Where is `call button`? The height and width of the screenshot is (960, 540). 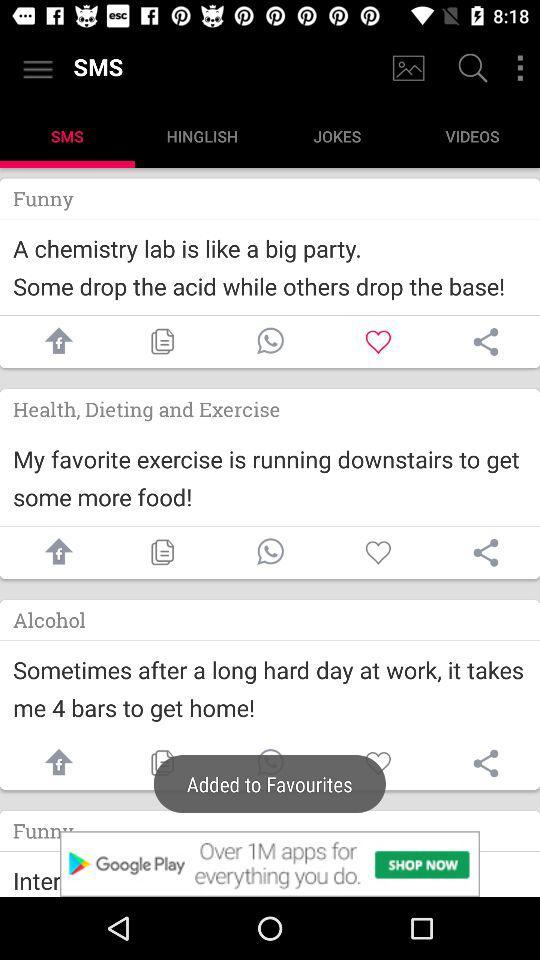
call button is located at coordinates (270, 341).